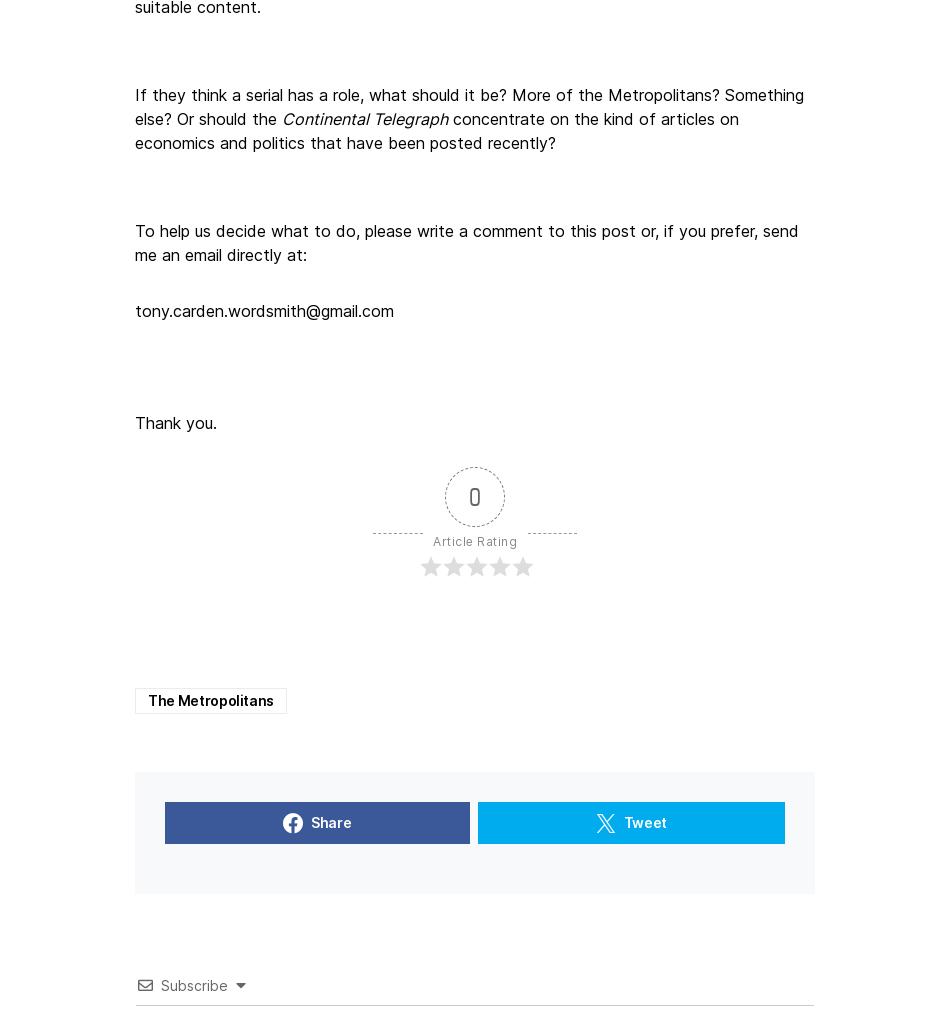 This screenshot has height=1009, width=950. Describe the element at coordinates (176, 420) in the screenshot. I see `'Thank you.'` at that location.